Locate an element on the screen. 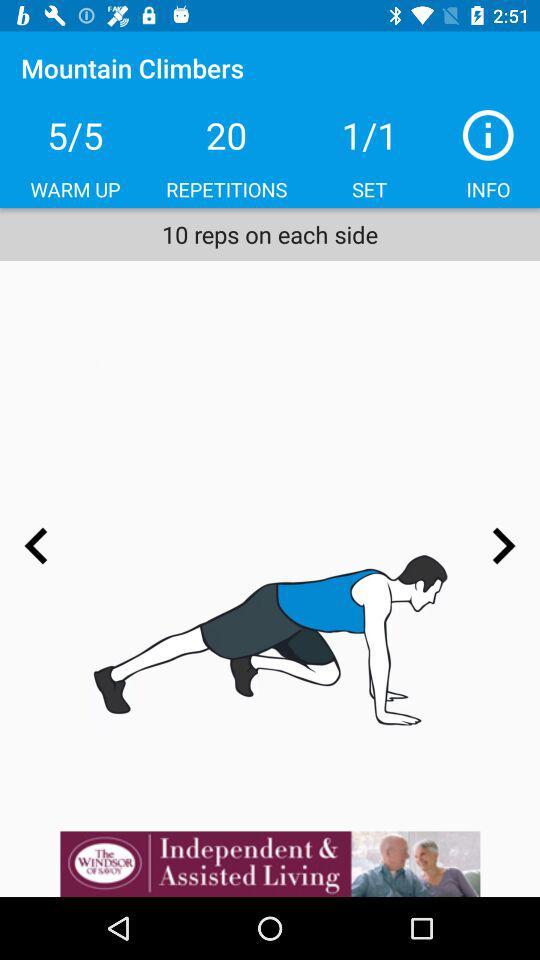  the arrow_forward icon is located at coordinates (502, 546).